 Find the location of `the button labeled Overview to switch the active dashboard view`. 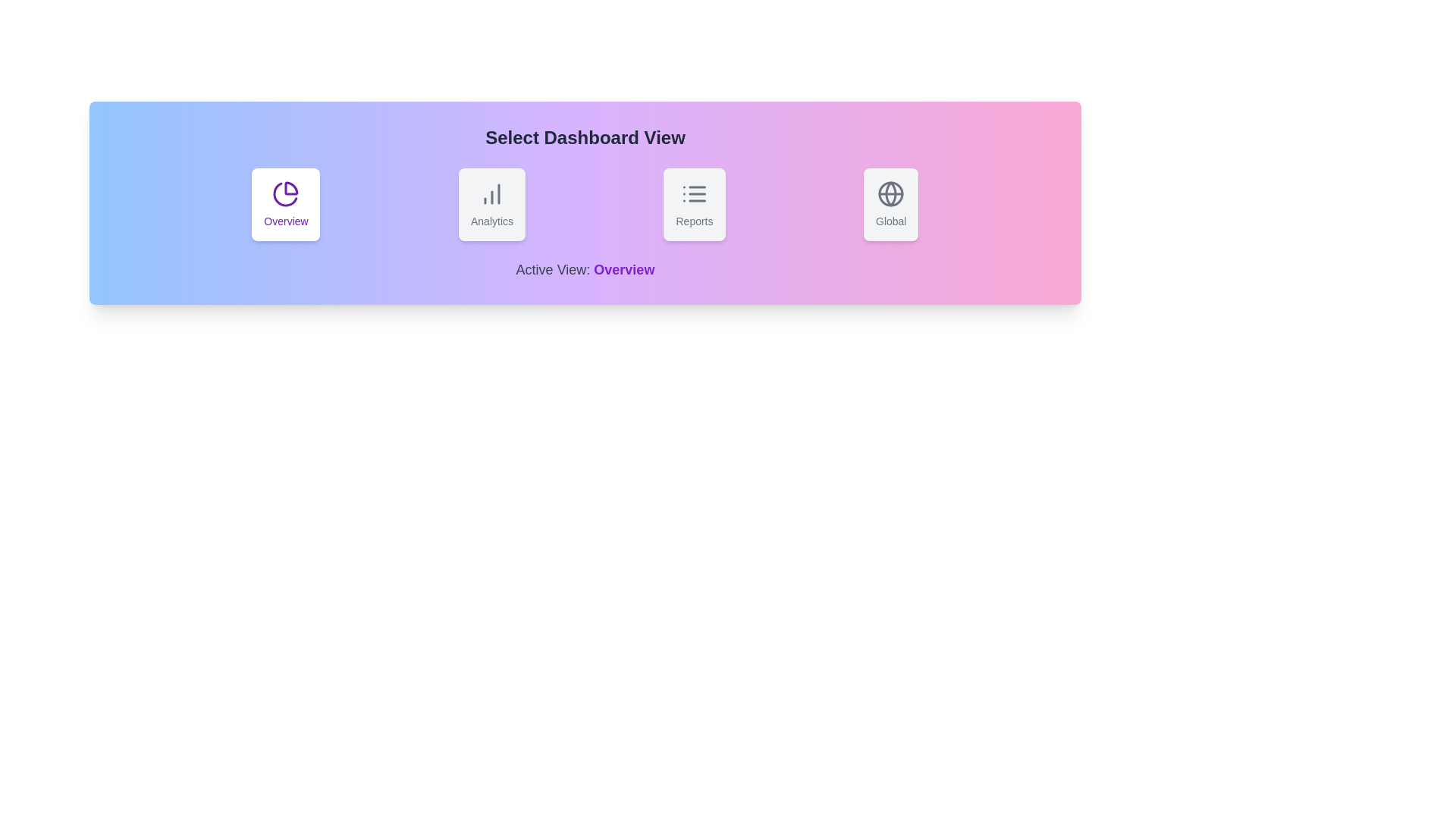

the button labeled Overview to switch the active dashboard view is located at coordinates (286, 205).